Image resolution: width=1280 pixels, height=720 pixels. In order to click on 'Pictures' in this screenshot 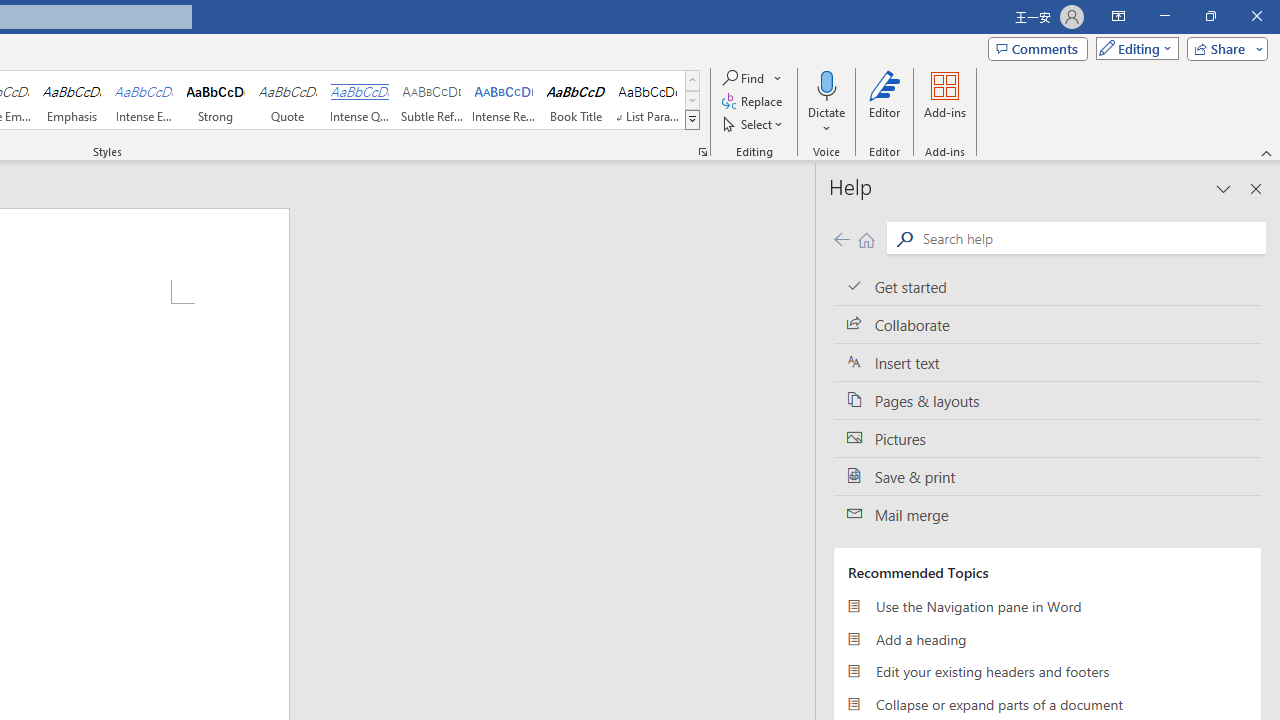, I will do `click(1046, 437)`.